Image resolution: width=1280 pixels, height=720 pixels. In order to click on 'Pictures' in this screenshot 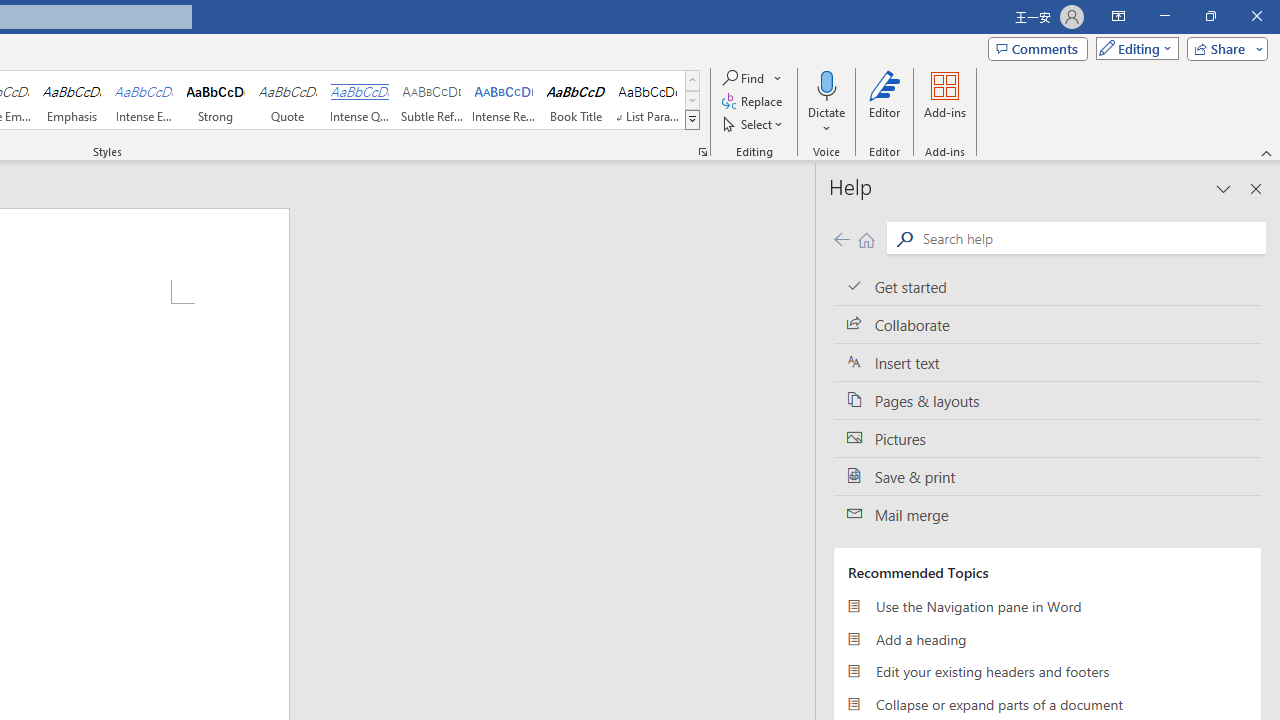, I will do `click(1046, 437)`.